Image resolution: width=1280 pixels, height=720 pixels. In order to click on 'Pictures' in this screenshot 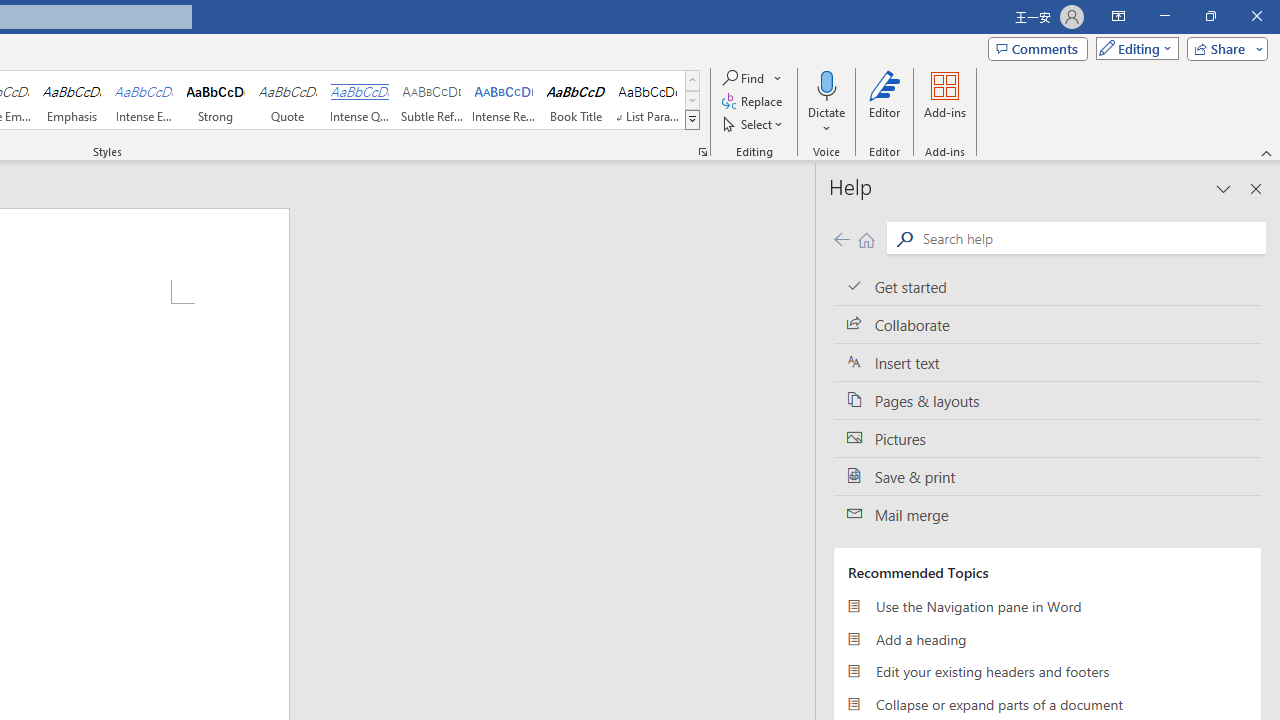, I will do `click(1046, 437)`.